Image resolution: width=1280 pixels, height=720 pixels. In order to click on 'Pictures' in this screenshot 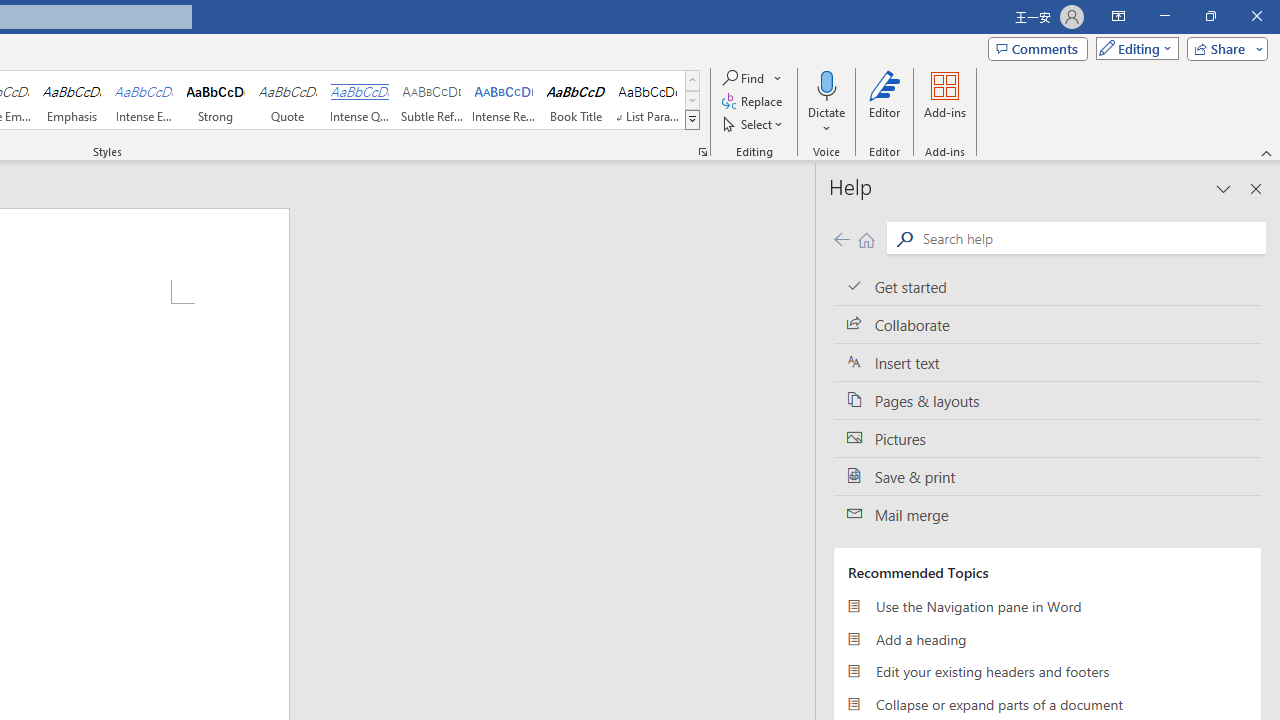, I will do `click(1046, 437)`.